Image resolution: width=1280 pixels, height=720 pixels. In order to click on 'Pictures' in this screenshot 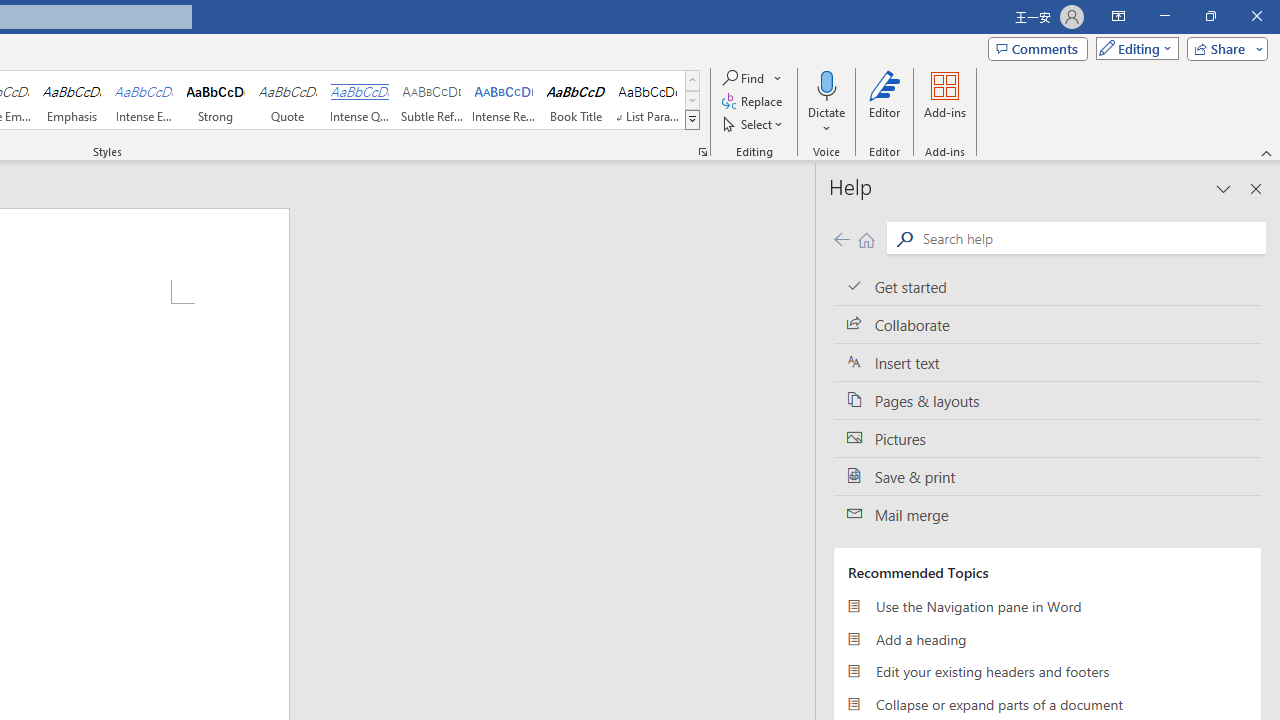, I will do `click(1046, 437)`.